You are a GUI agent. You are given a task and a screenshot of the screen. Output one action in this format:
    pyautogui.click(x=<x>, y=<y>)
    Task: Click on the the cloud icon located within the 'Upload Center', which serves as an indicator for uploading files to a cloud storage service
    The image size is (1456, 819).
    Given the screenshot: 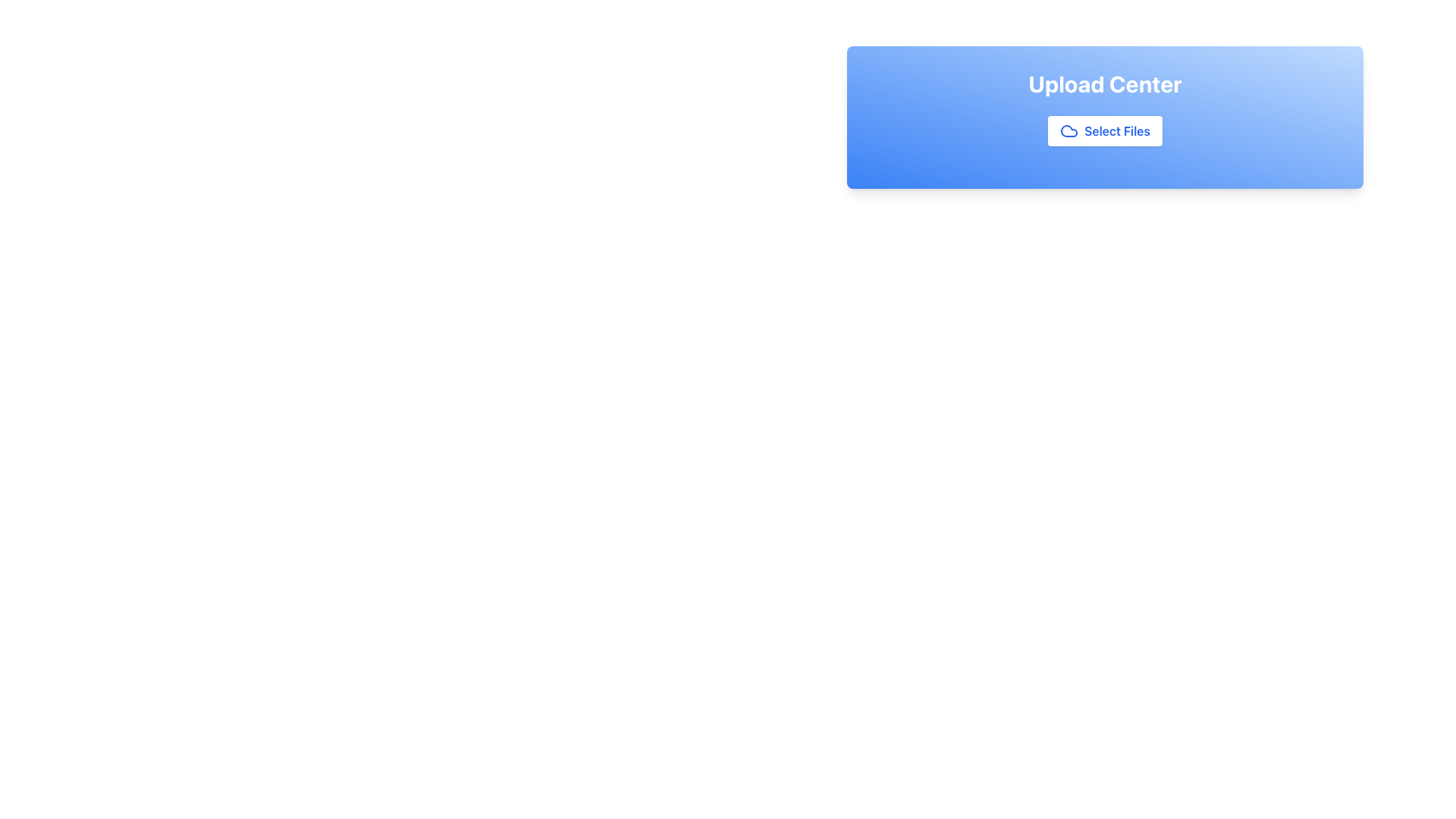 What is the action you would take?
    pyautogui.click(x=1068, y=130)
    